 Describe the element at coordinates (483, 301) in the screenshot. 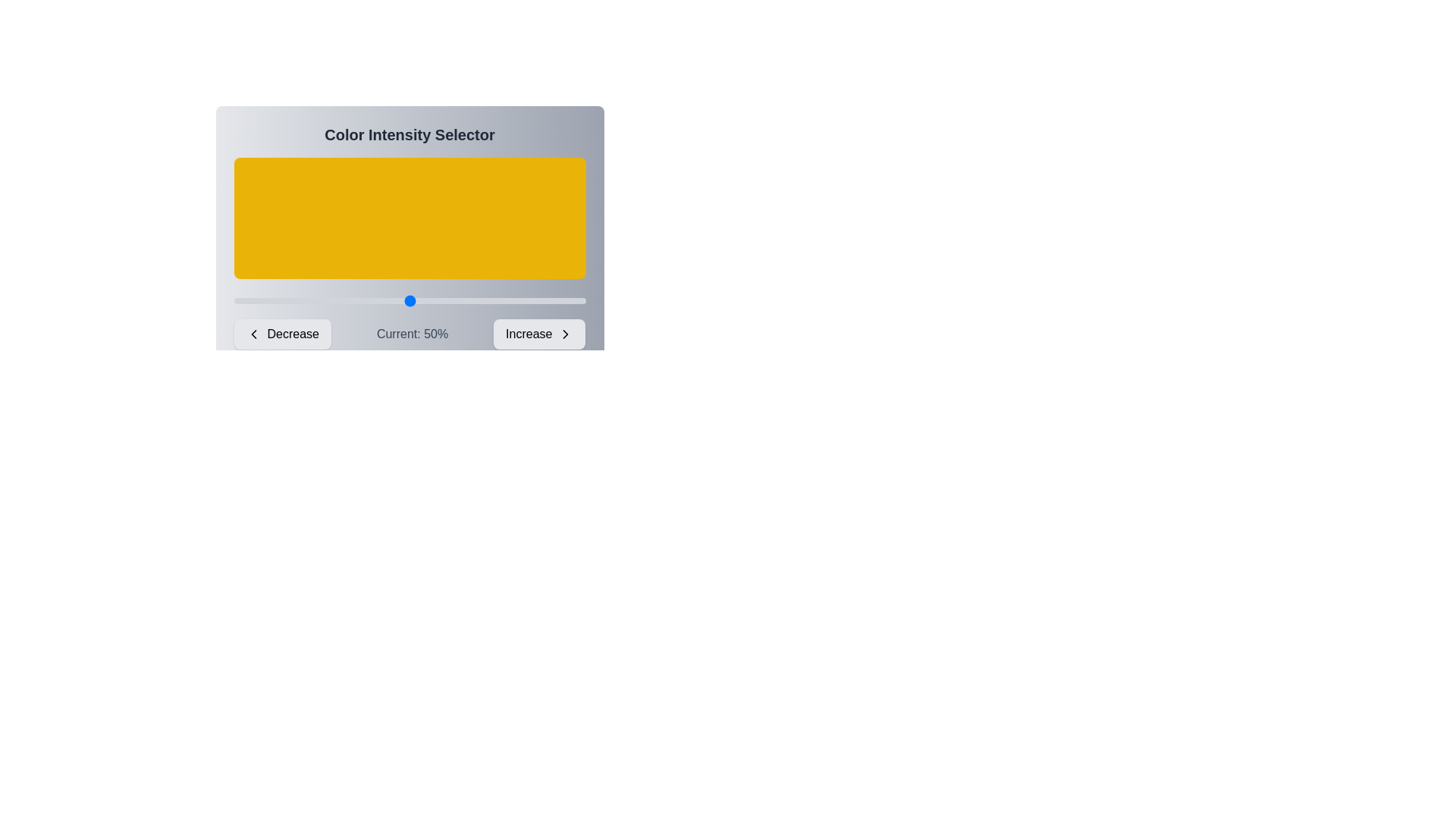

I see `color intensity` at that location.